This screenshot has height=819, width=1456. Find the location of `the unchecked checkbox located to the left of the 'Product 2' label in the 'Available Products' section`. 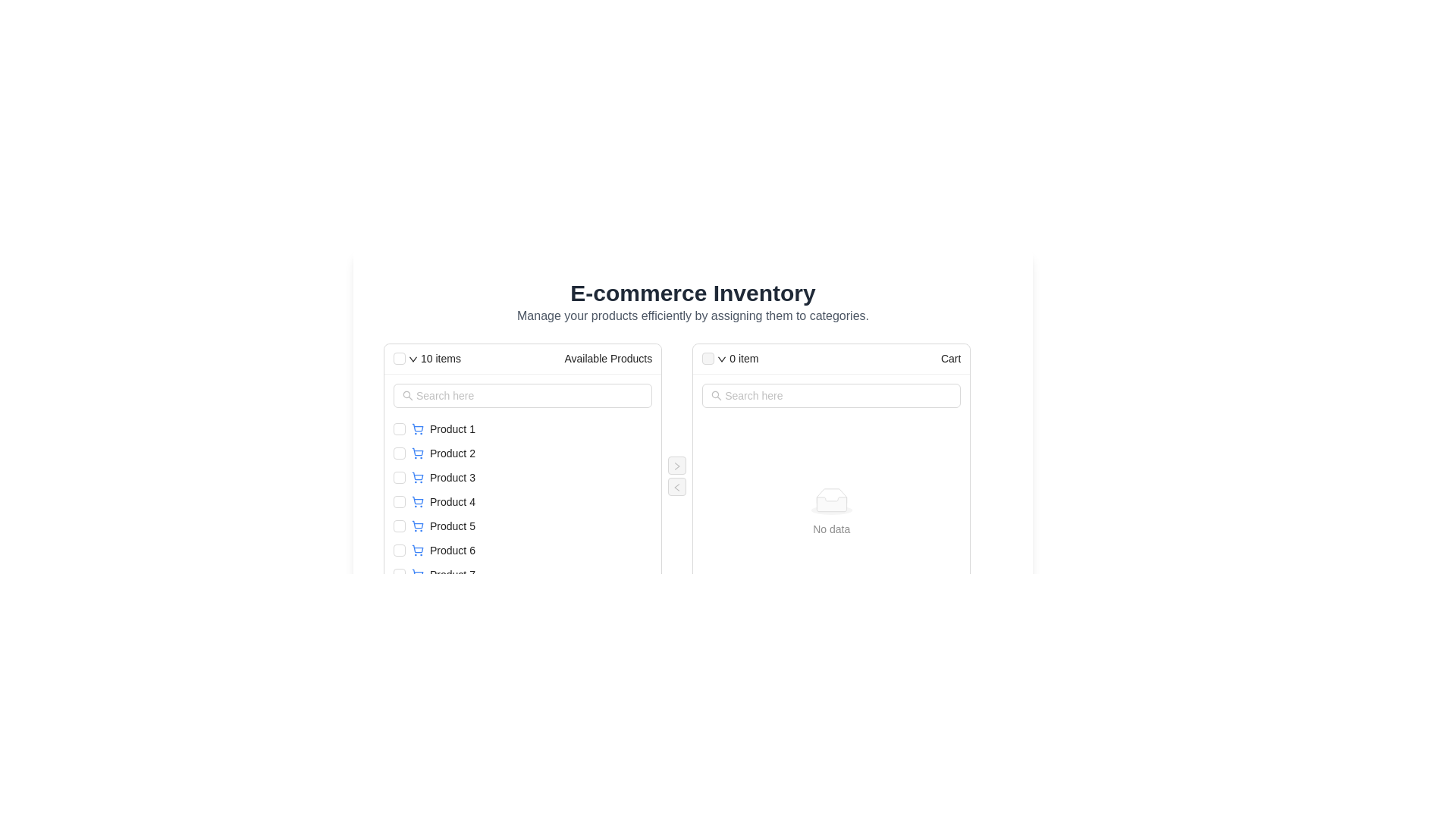

the unchecked checkbox located to the left of the 'Product 2' label in the 'Available Products' section is located at coordinates (400, 452).